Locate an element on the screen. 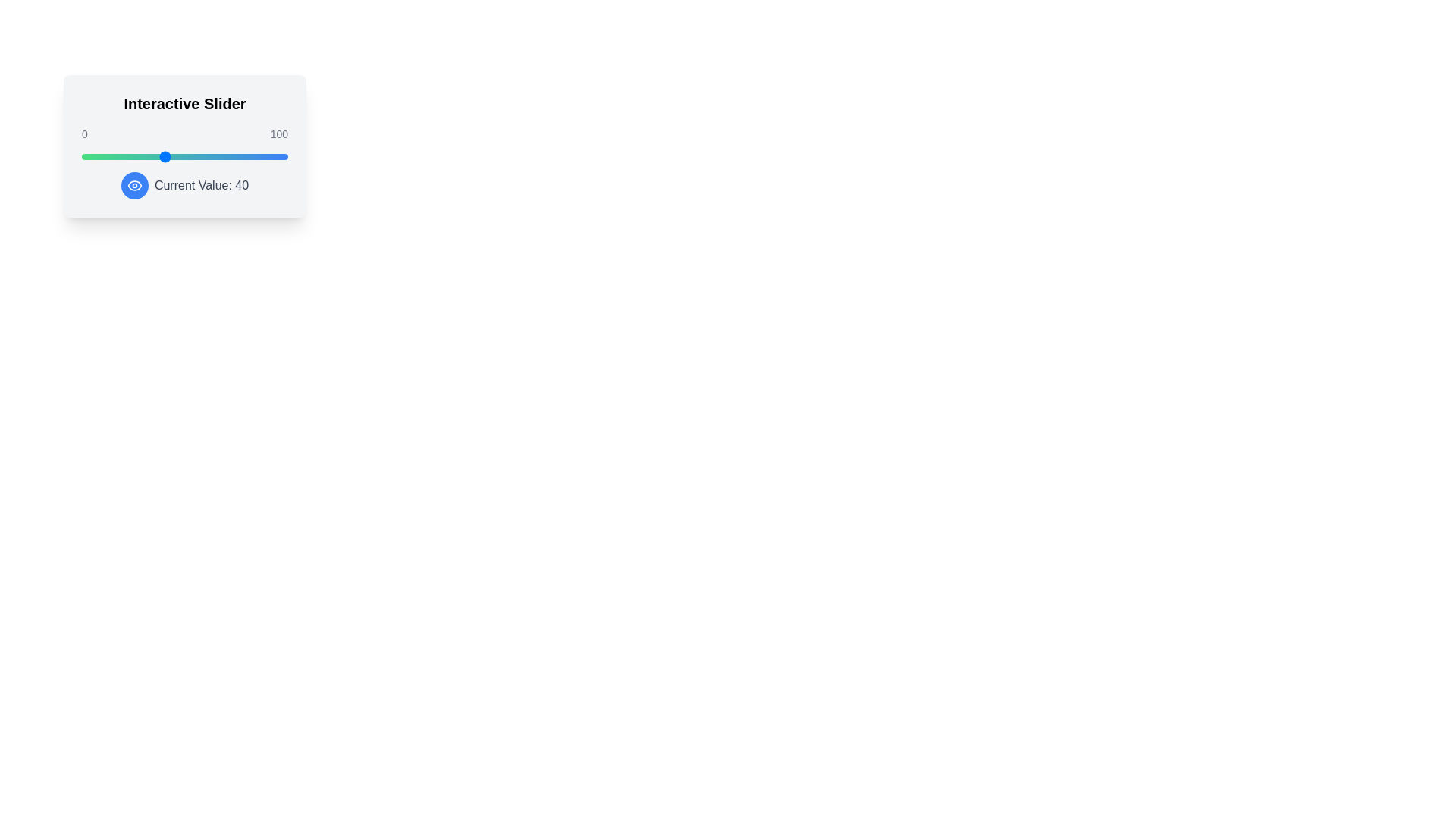 The height and width of the screenshot is (819, 1456). the slider to set its value to 57 is located at coordinates (199, 157).